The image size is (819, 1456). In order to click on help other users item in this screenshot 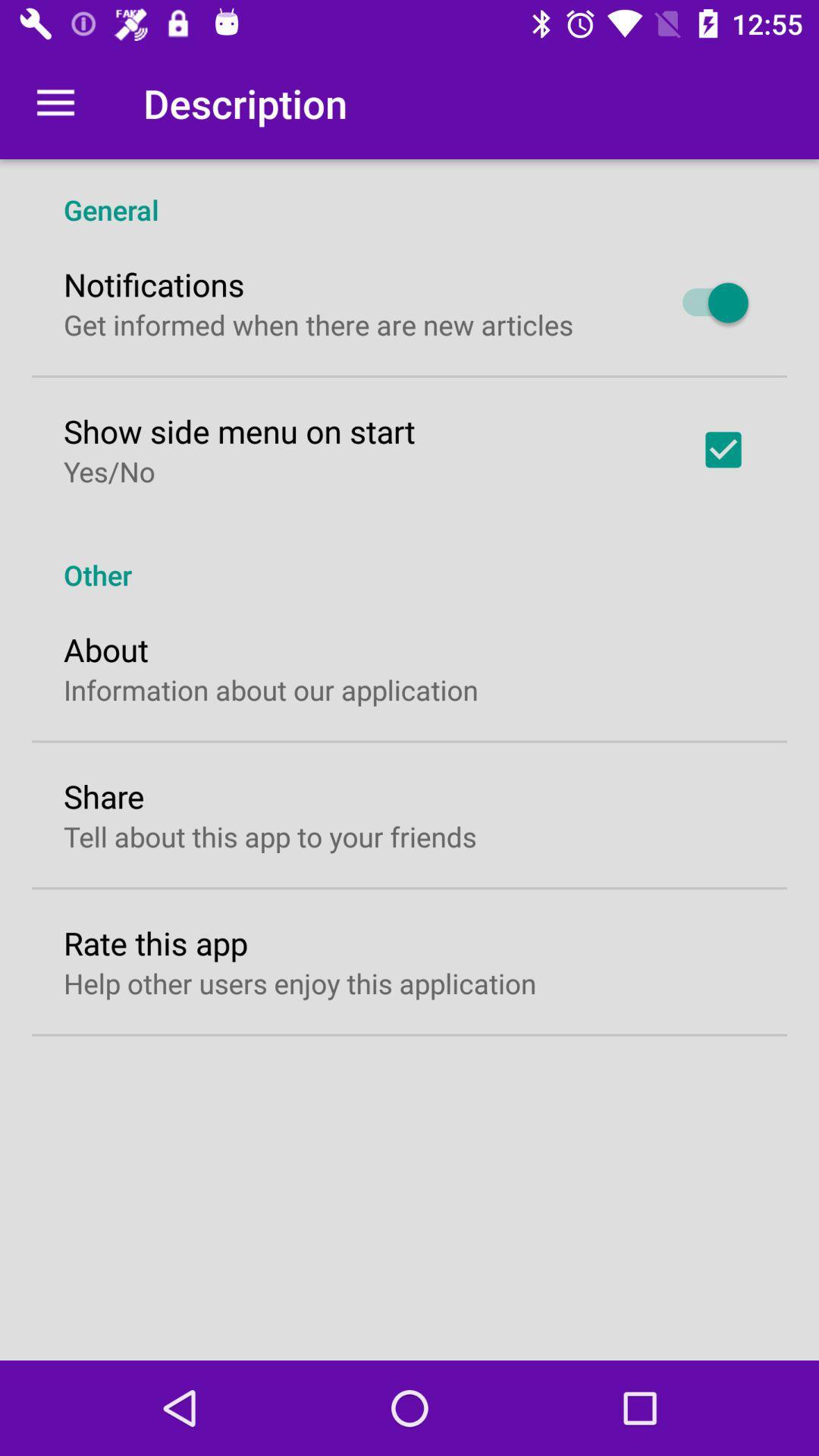, I will do `click(300, 983)`.